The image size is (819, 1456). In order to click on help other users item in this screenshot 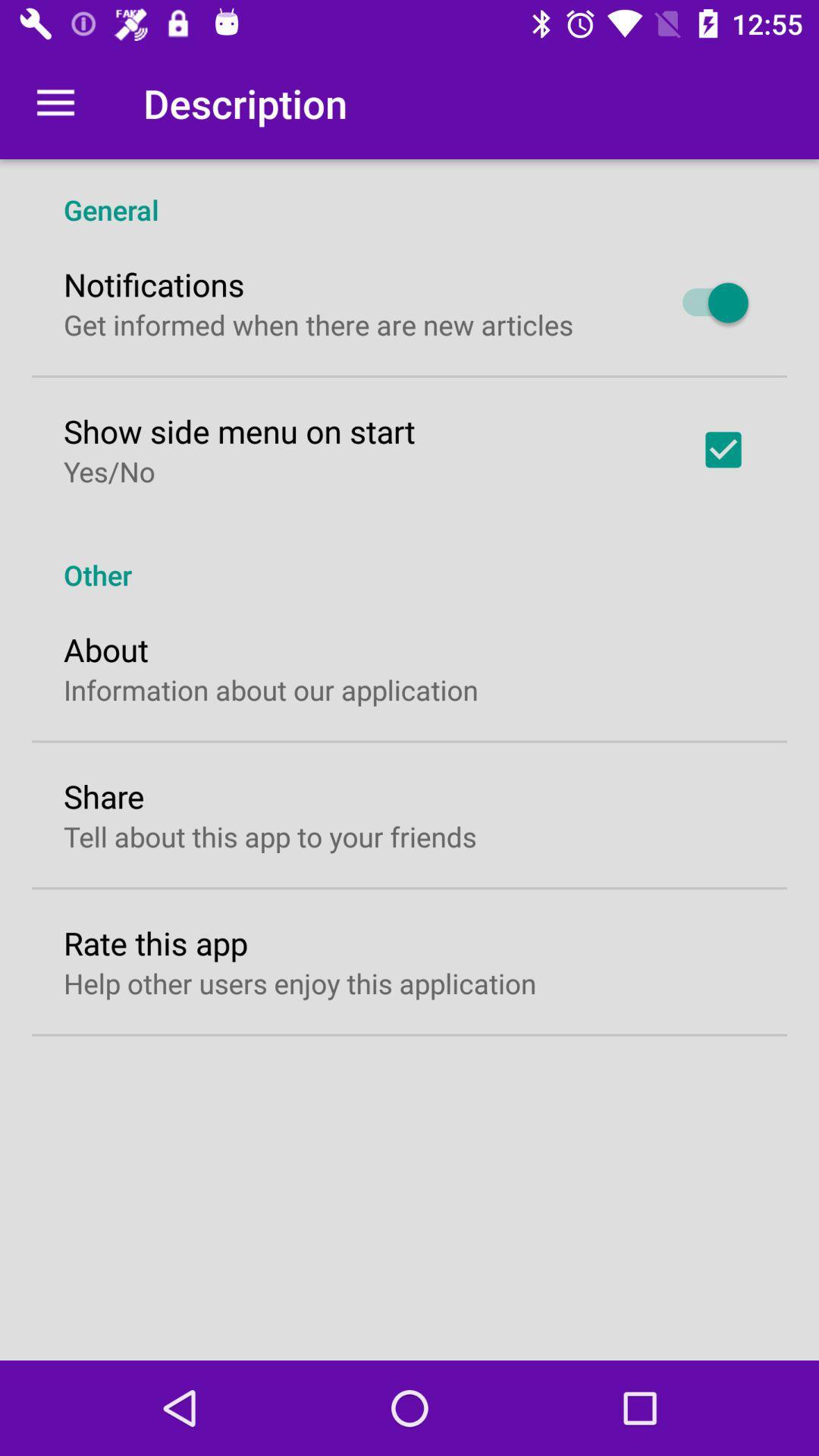, I will do `click(300, 983)`.